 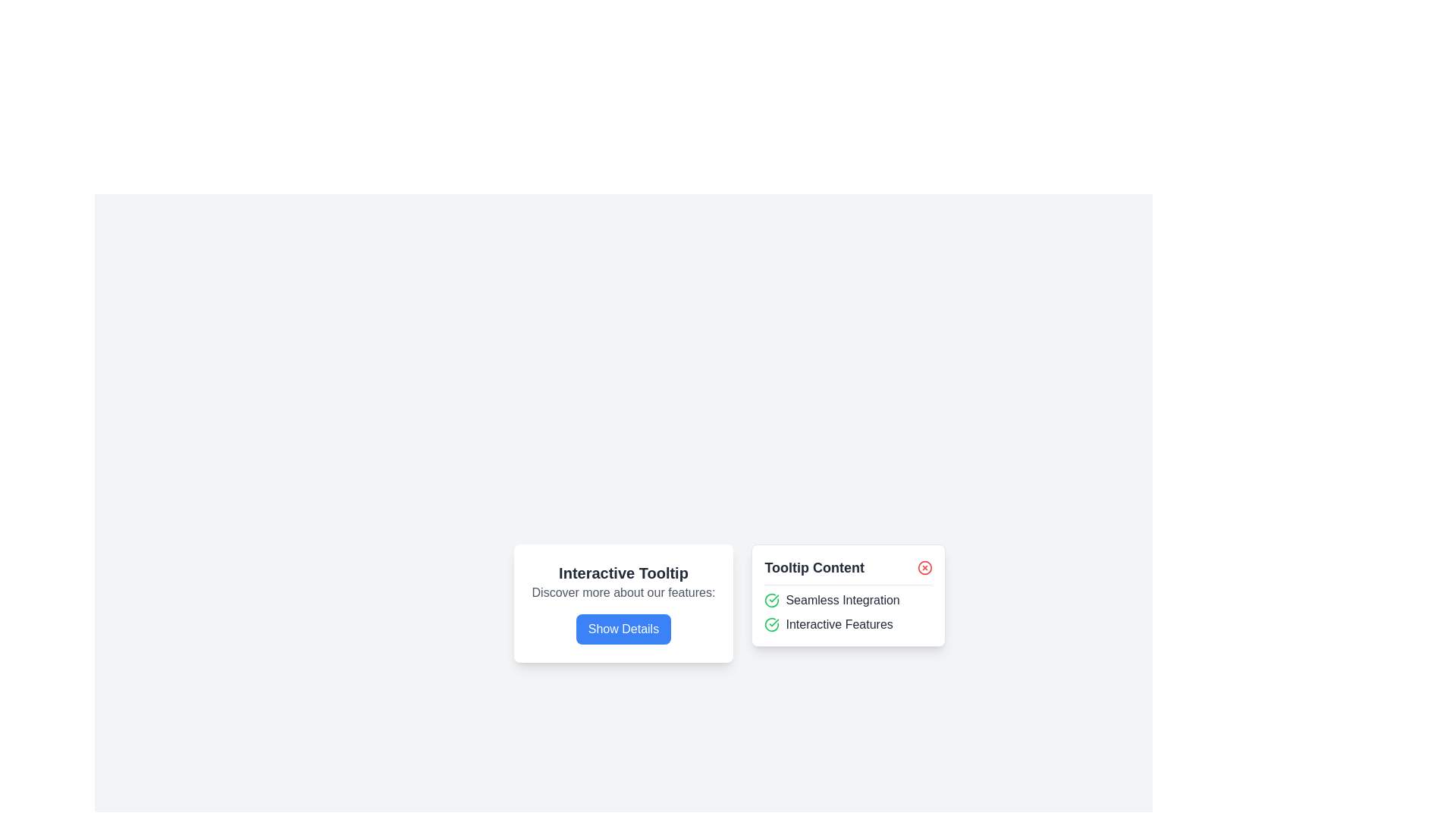 I want to click on the close button located in the header section labeled 'Tooltip Content', so click(x=924, y=567).